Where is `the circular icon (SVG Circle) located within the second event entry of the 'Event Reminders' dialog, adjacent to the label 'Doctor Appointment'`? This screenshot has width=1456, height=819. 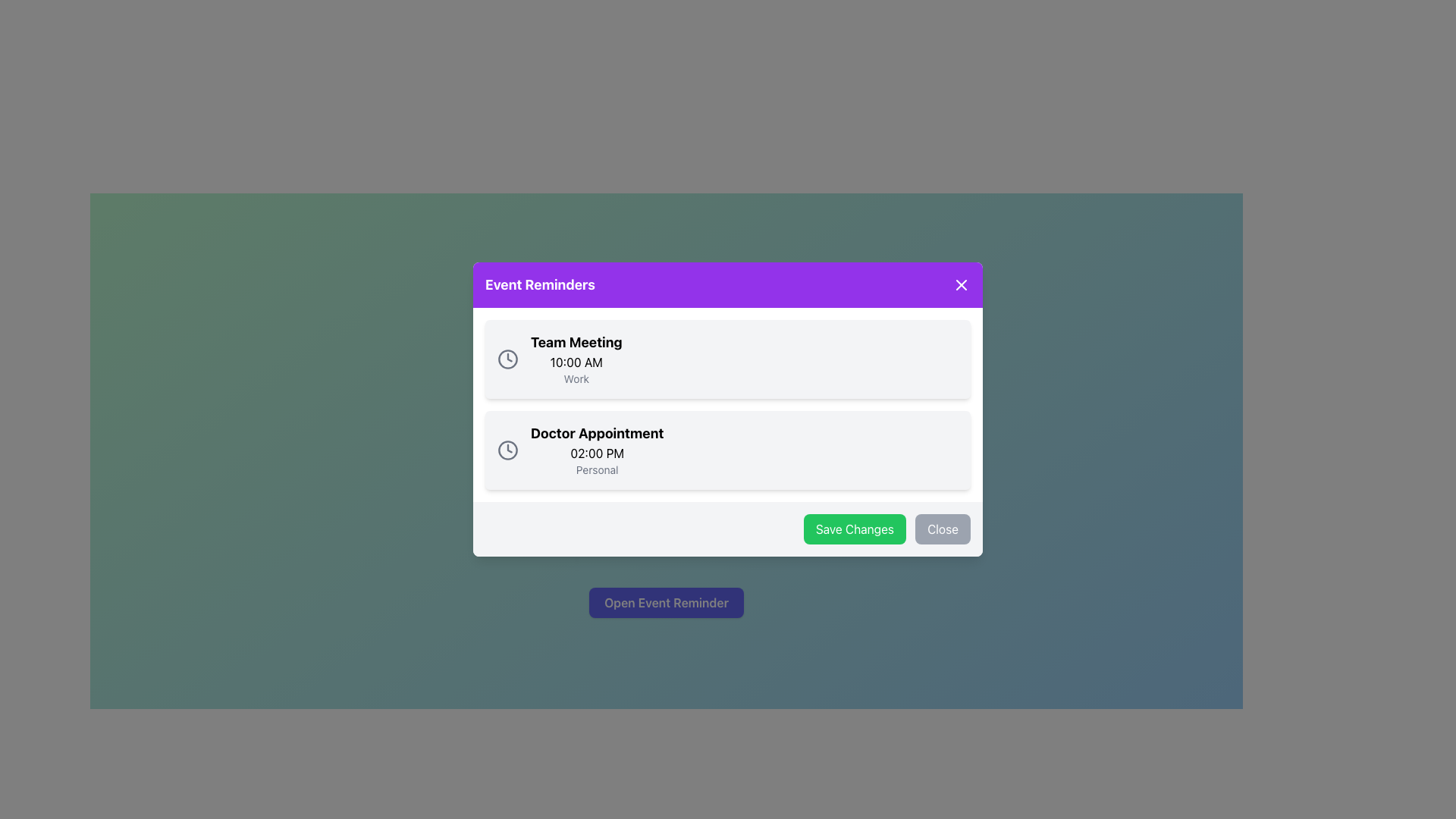 the circular icon (SVG Circle) located within the second event entry of the 'Event Reminders' dialog, adjacent to the label 'Doctor Appointment' is located at coordinates (508, 359).